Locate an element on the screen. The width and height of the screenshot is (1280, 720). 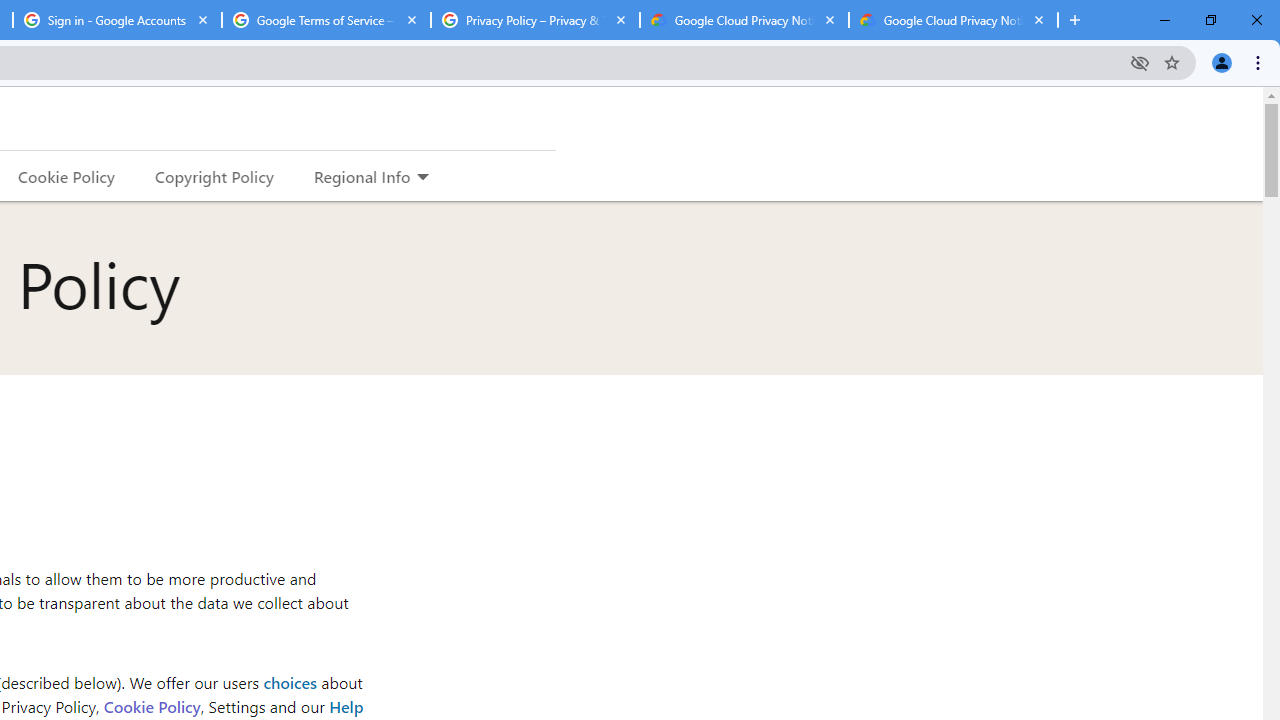
'choices' is located at coordinates (288, 681).